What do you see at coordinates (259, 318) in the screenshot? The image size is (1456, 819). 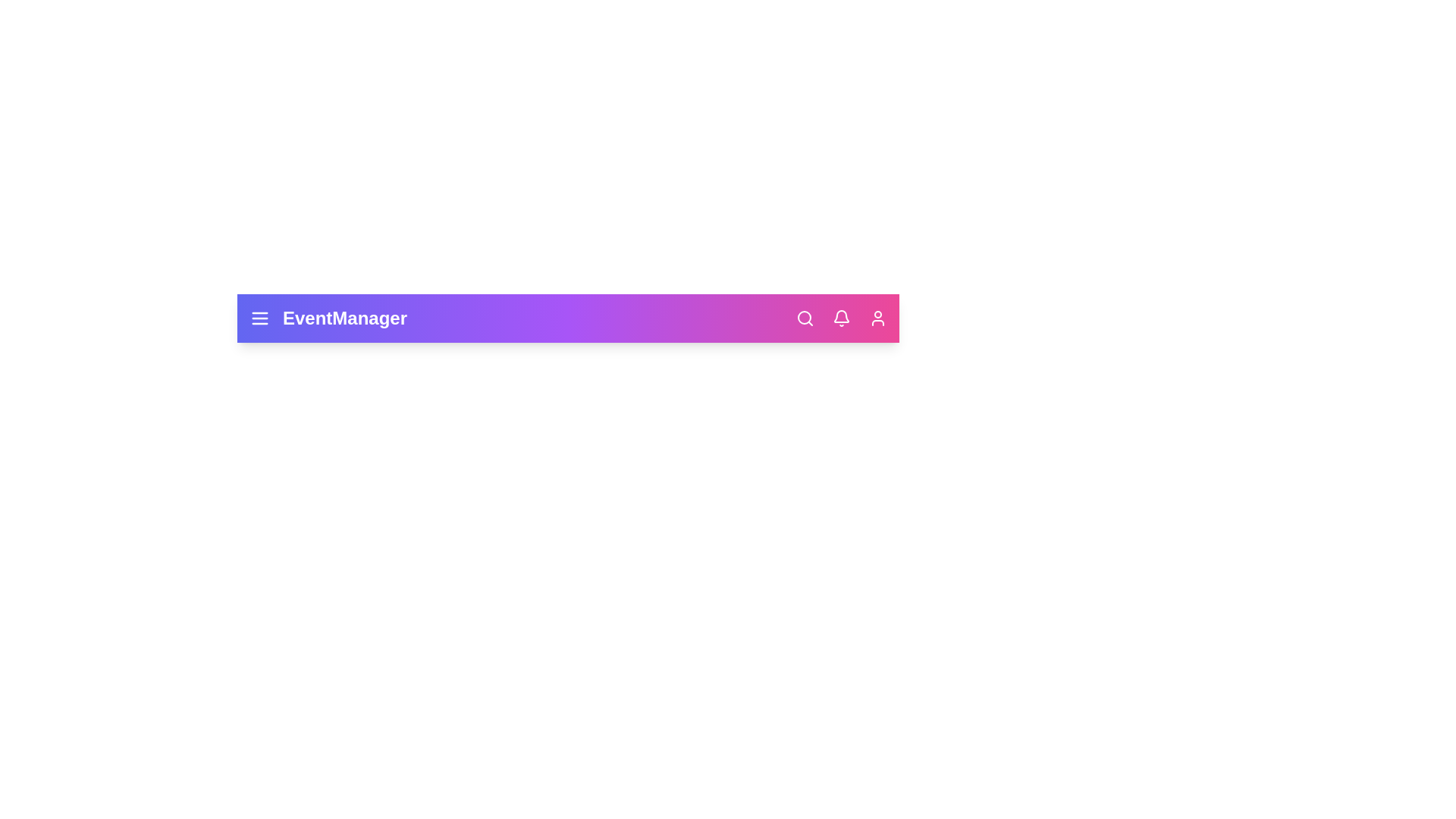 I see `the menu icon to toggle the main menu` at bounding box center [259, 318].